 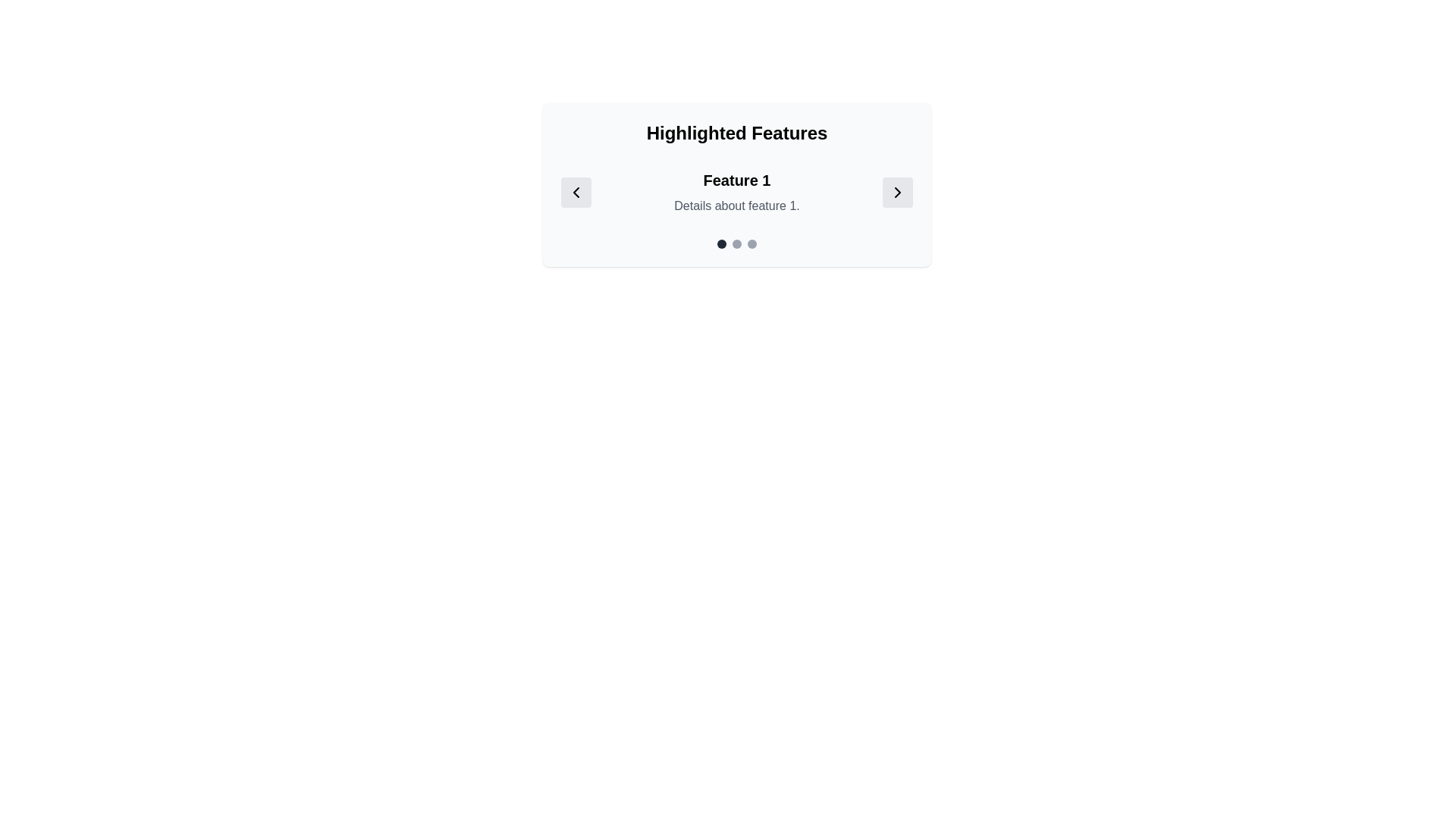 I want to click on the navigation button that moves to the previous feature in the carousel, located to the left of the text content 'Feature 1 Details about feature 1.', so click(x=575, y=192).